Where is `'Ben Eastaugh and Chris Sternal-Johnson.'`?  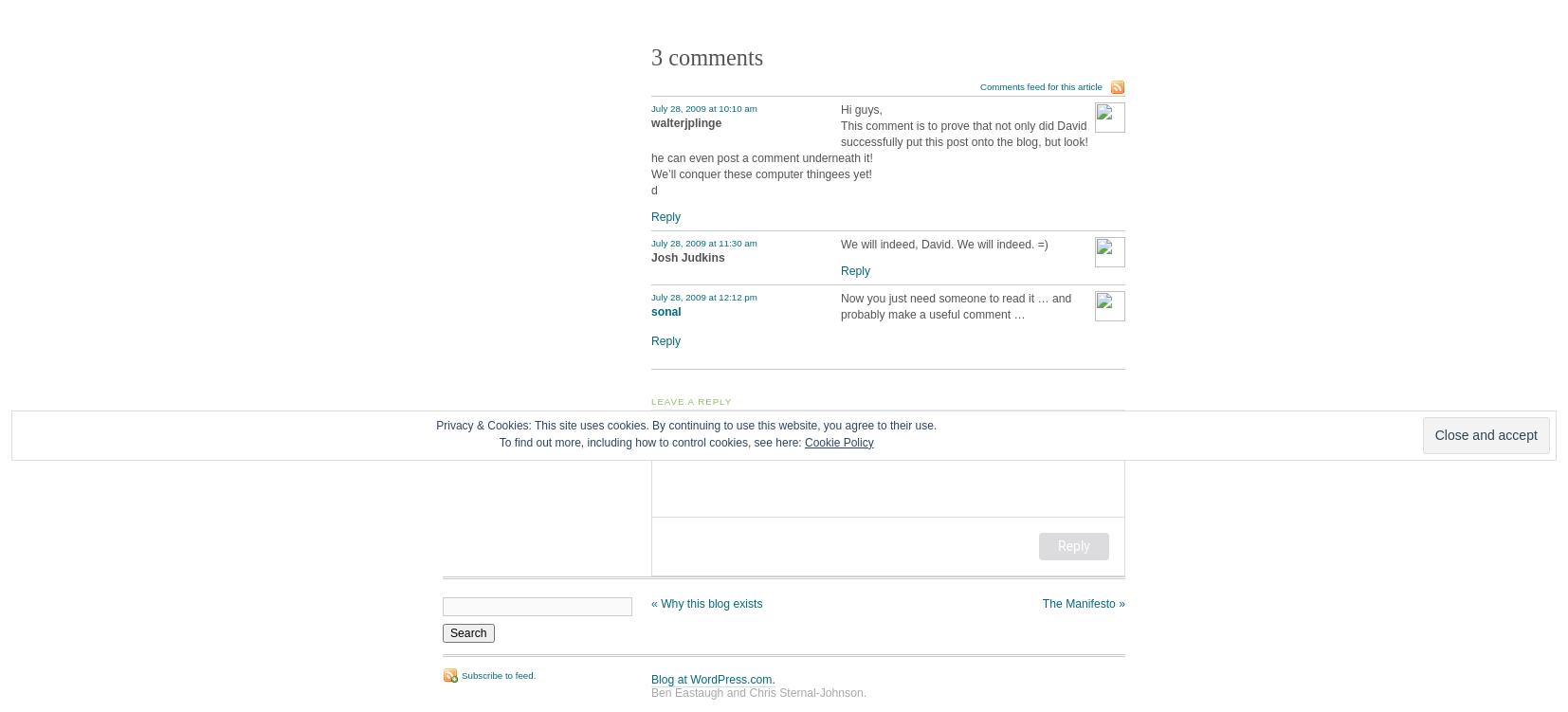
'Ben Eastaugh and Chris Sternal-Johnson.' is located at coordinates (758, 692).